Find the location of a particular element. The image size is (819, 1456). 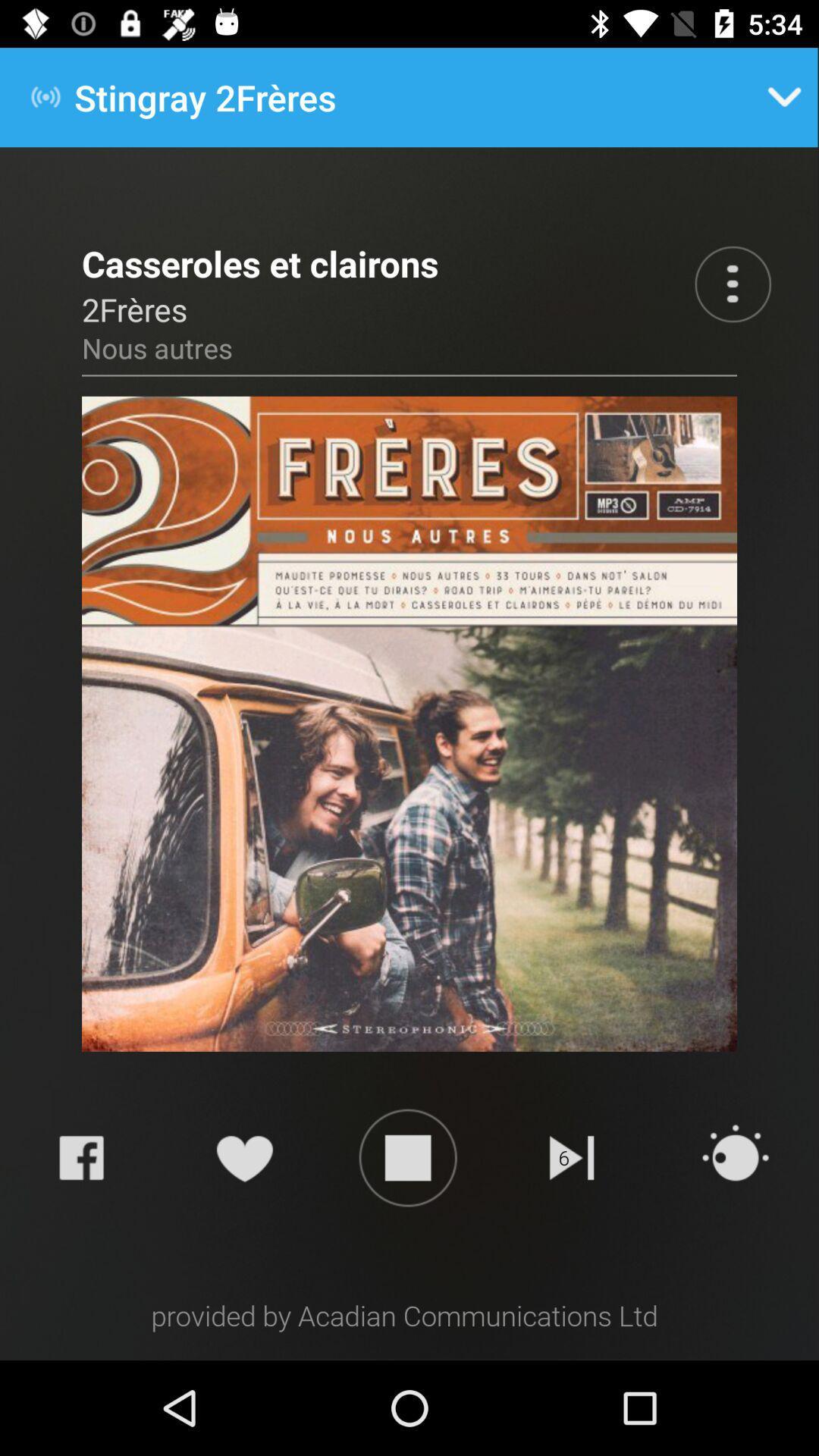

the skip_next icon is located at coordinates (572, 1156).